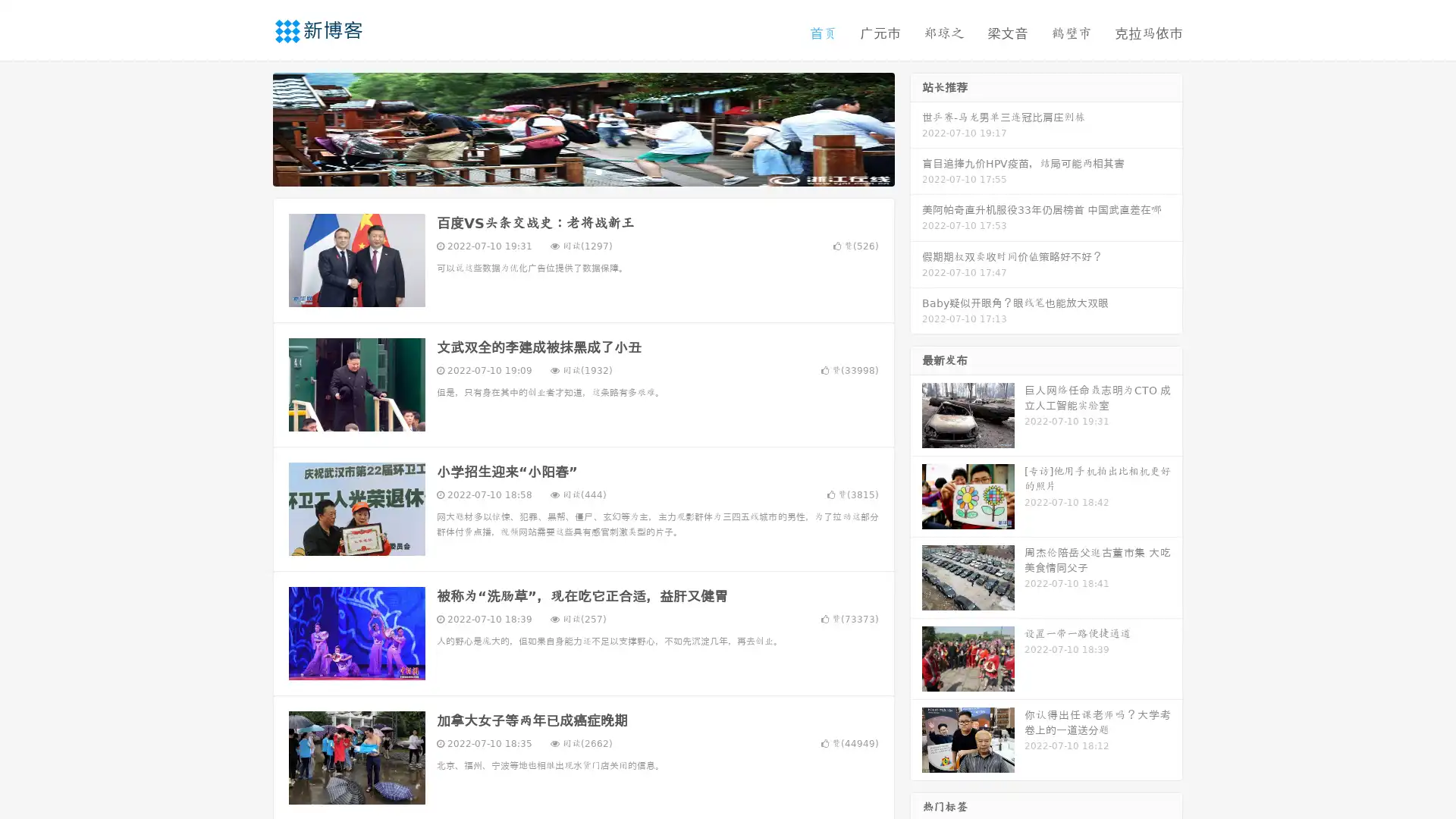 Image resolution: width=1456 pixels, height=819 pixels. Describe the element at coordinates (598, 171) in the screenshot. I see `Go to slide 3` at that location.